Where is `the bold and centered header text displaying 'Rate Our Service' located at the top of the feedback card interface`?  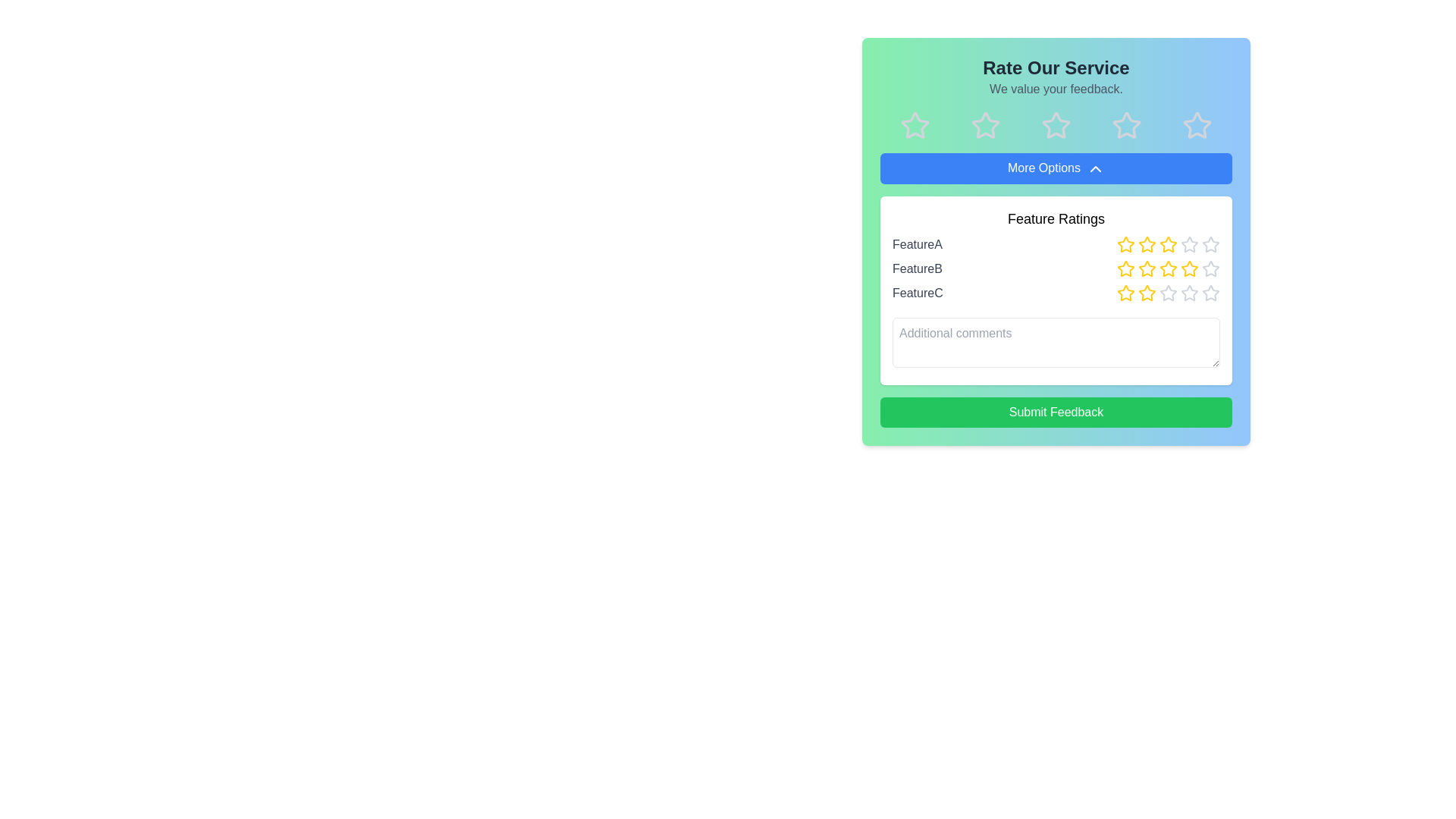 the bold and centered header text displaying 'Rate Our Service' located at the top of the feedback card interface is located at coordinates (1055, 67).